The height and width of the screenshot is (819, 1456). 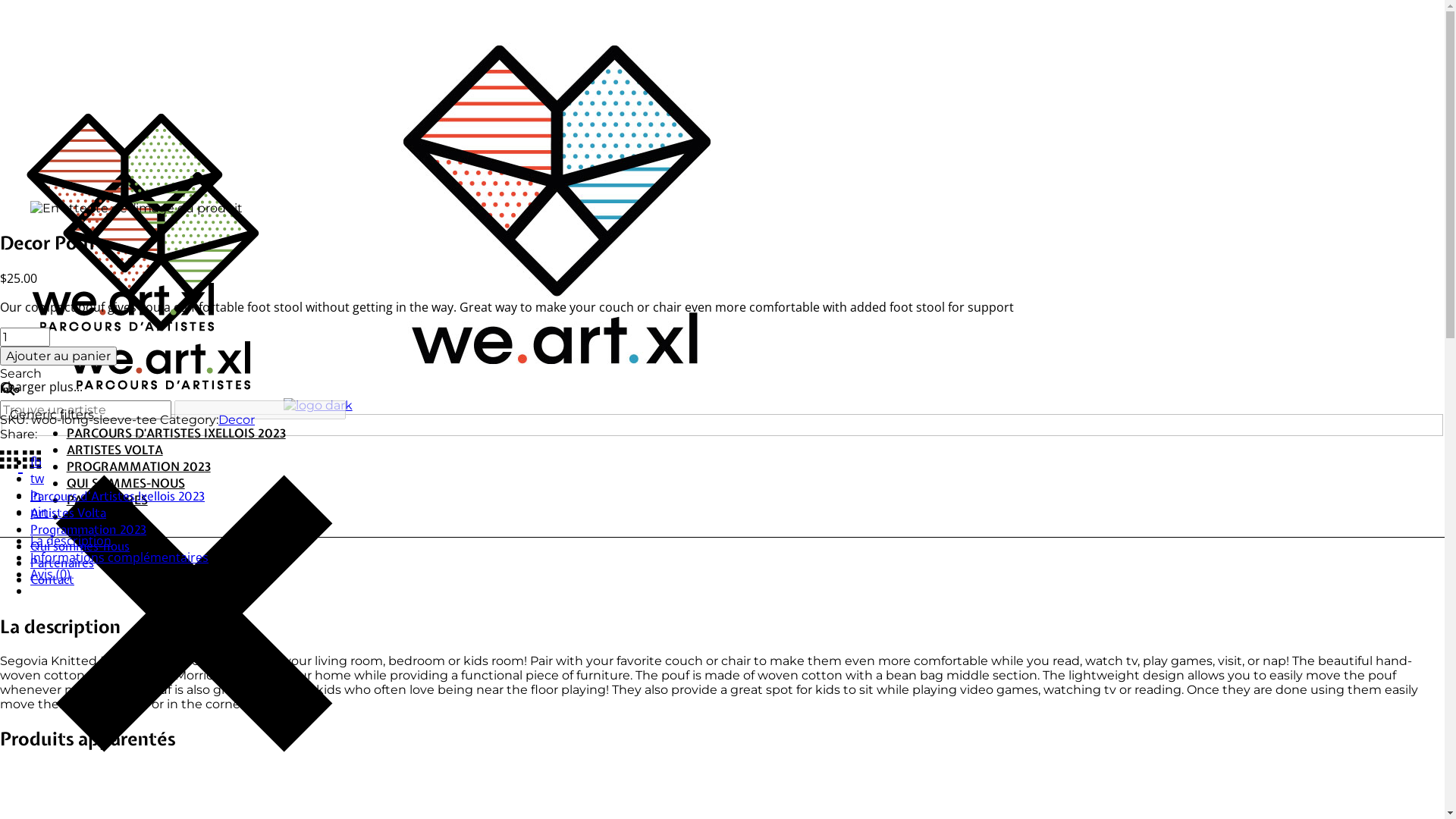 What do you see at coordinates (36, 494) in the screenshot?
I see `'ln'` at bounding box center [36, 494].